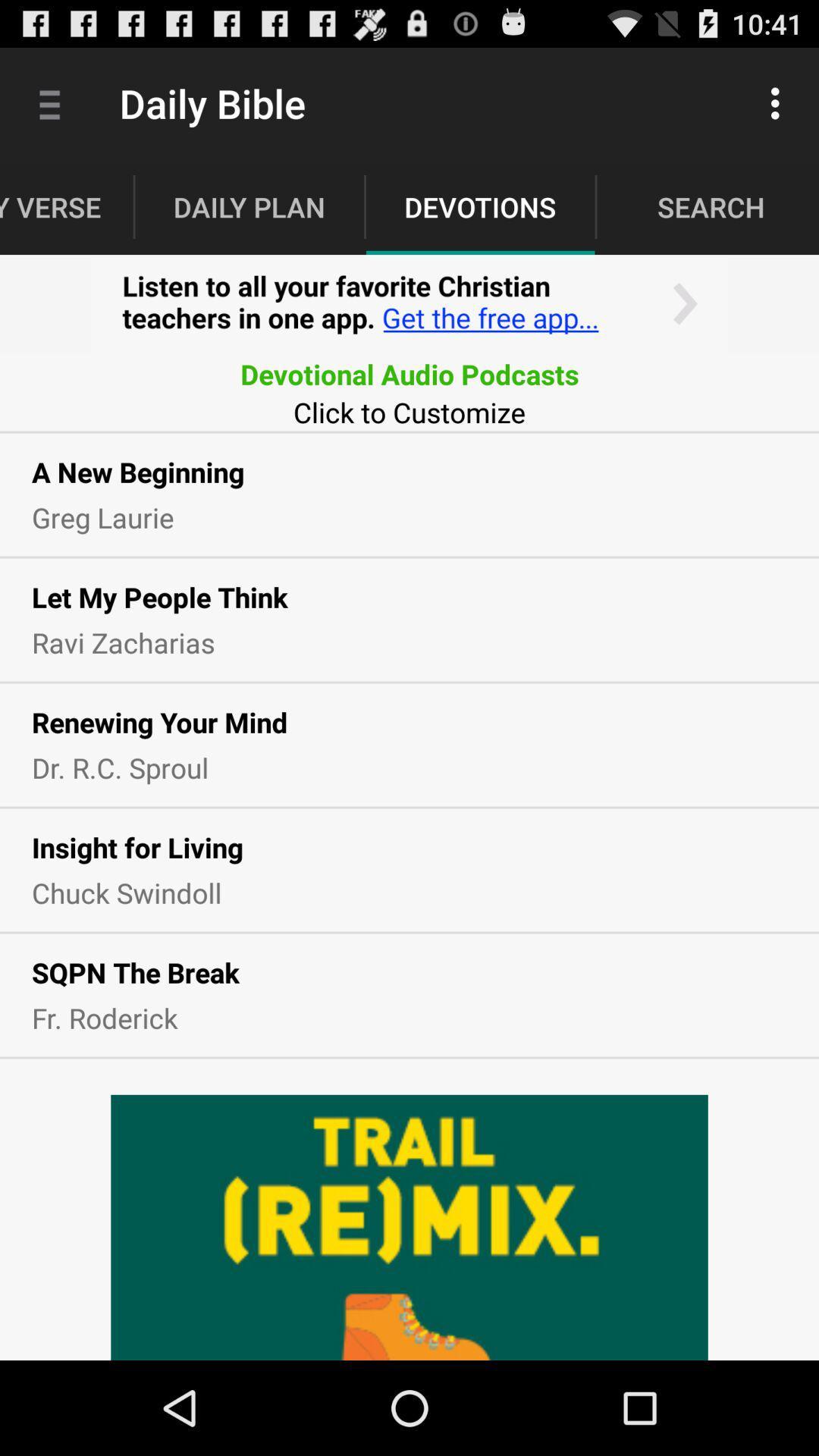 The height and width of the screenshot is (1456, 819). I want to click on next, so click(409, 303).